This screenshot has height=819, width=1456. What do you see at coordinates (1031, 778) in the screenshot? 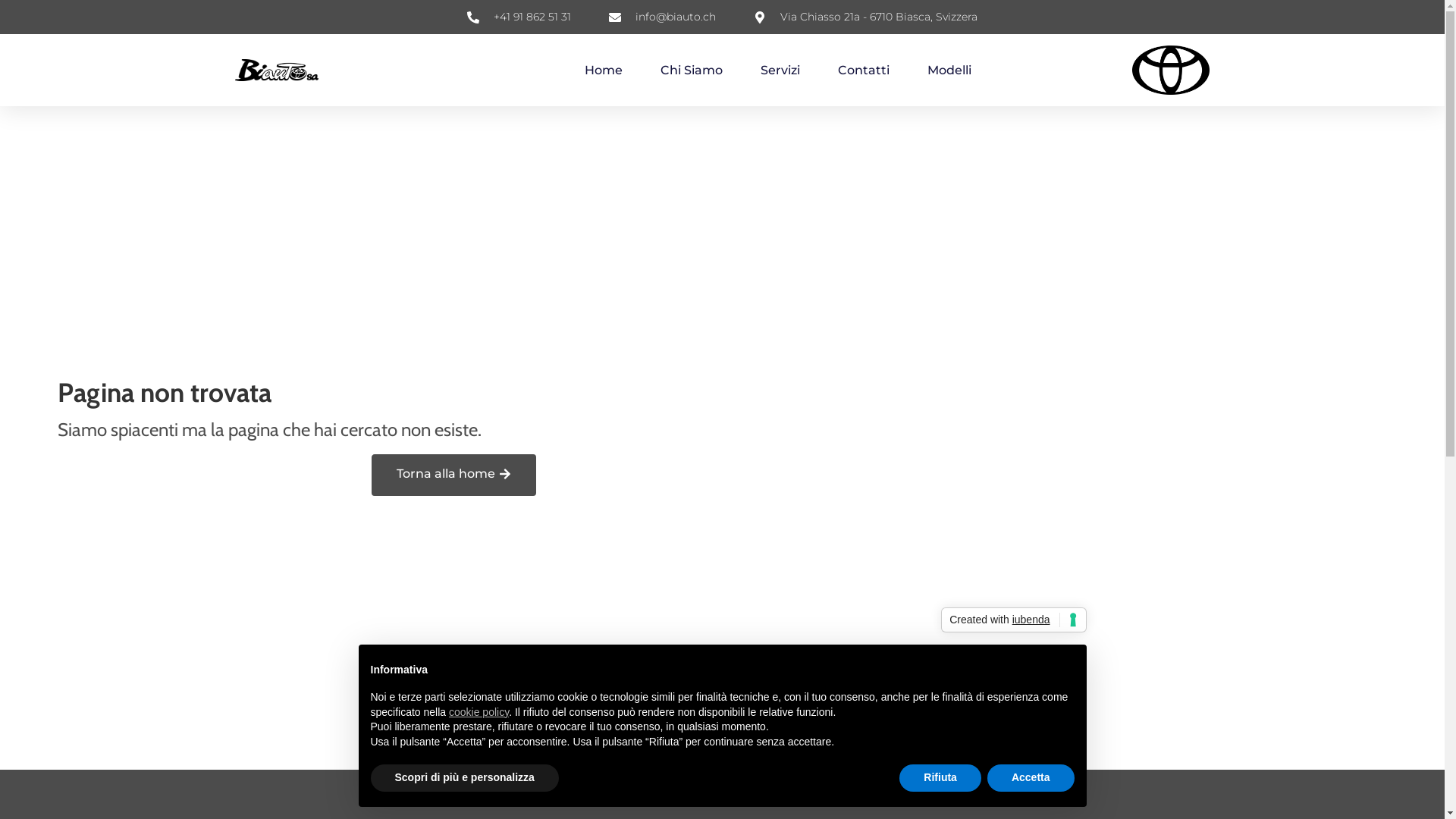
I see `'Accetta'` at bounding box center [1031, 778].